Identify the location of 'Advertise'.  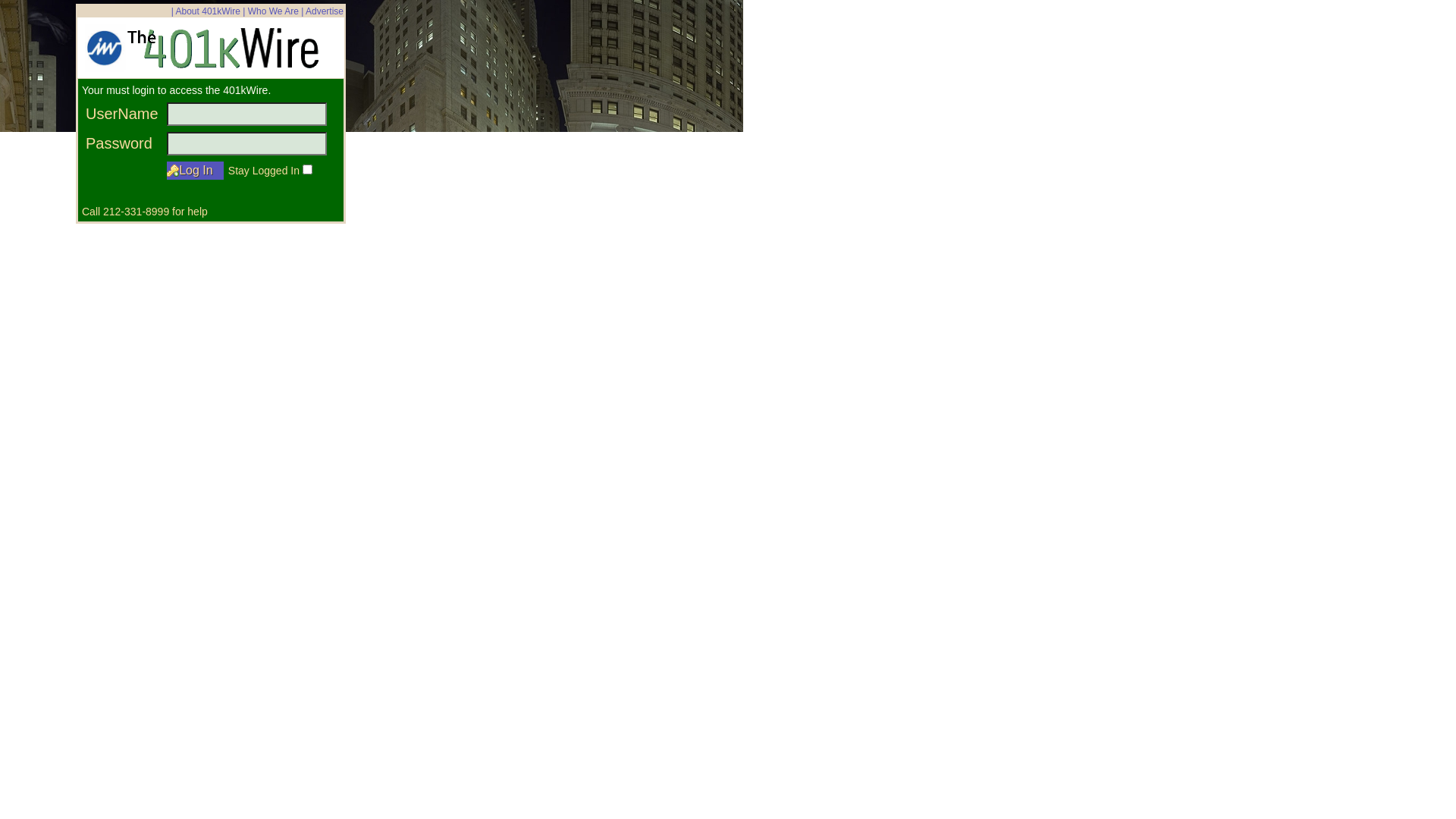
(323, 11).